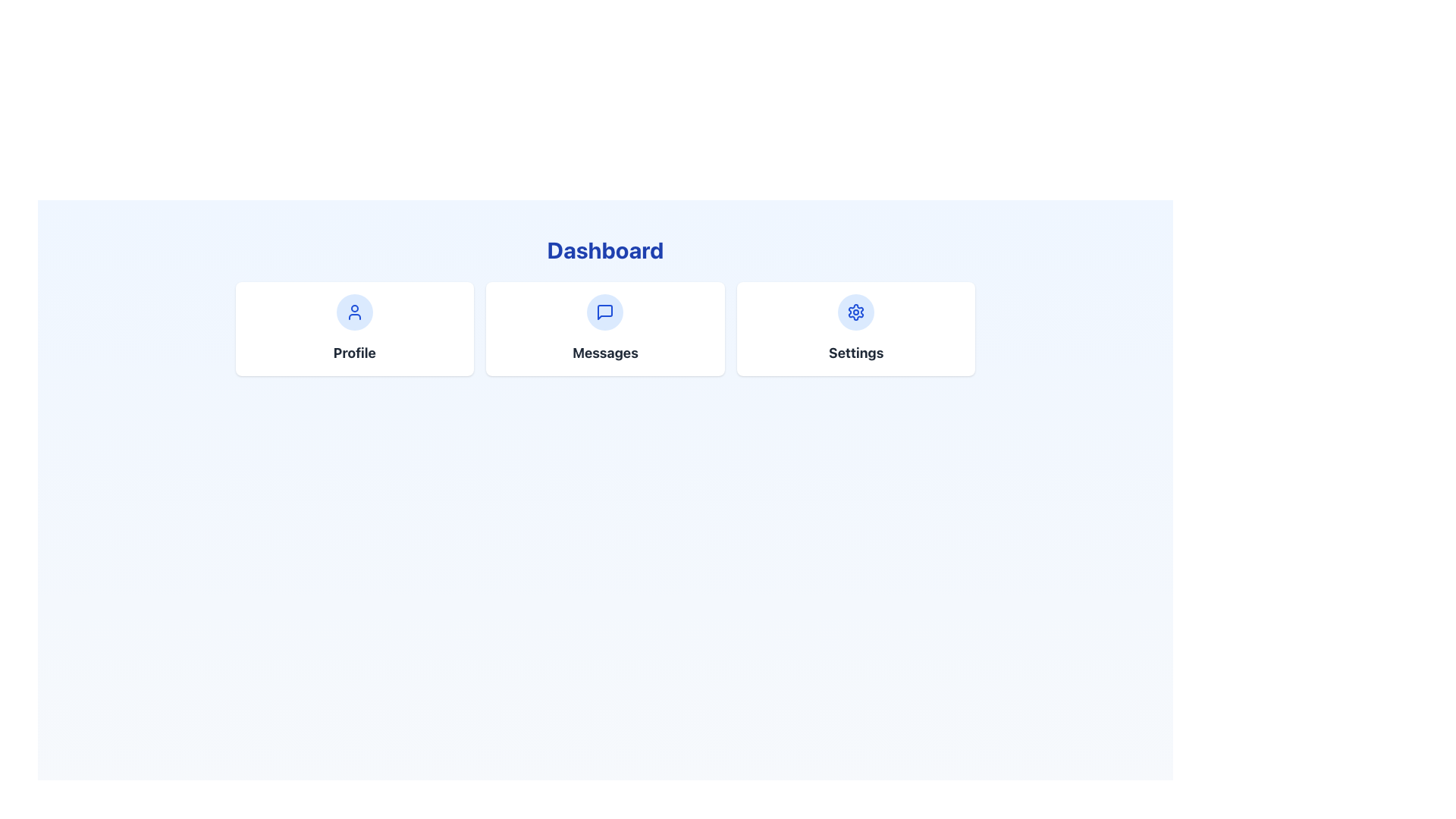  What do you see at coordinates (353, 312) in the screenshot?
I see `the user icon featuring a circular head and torso design with blue outlines, located under the 'Dashboard' title on the left side of the row` at bounding box center [353, 312].